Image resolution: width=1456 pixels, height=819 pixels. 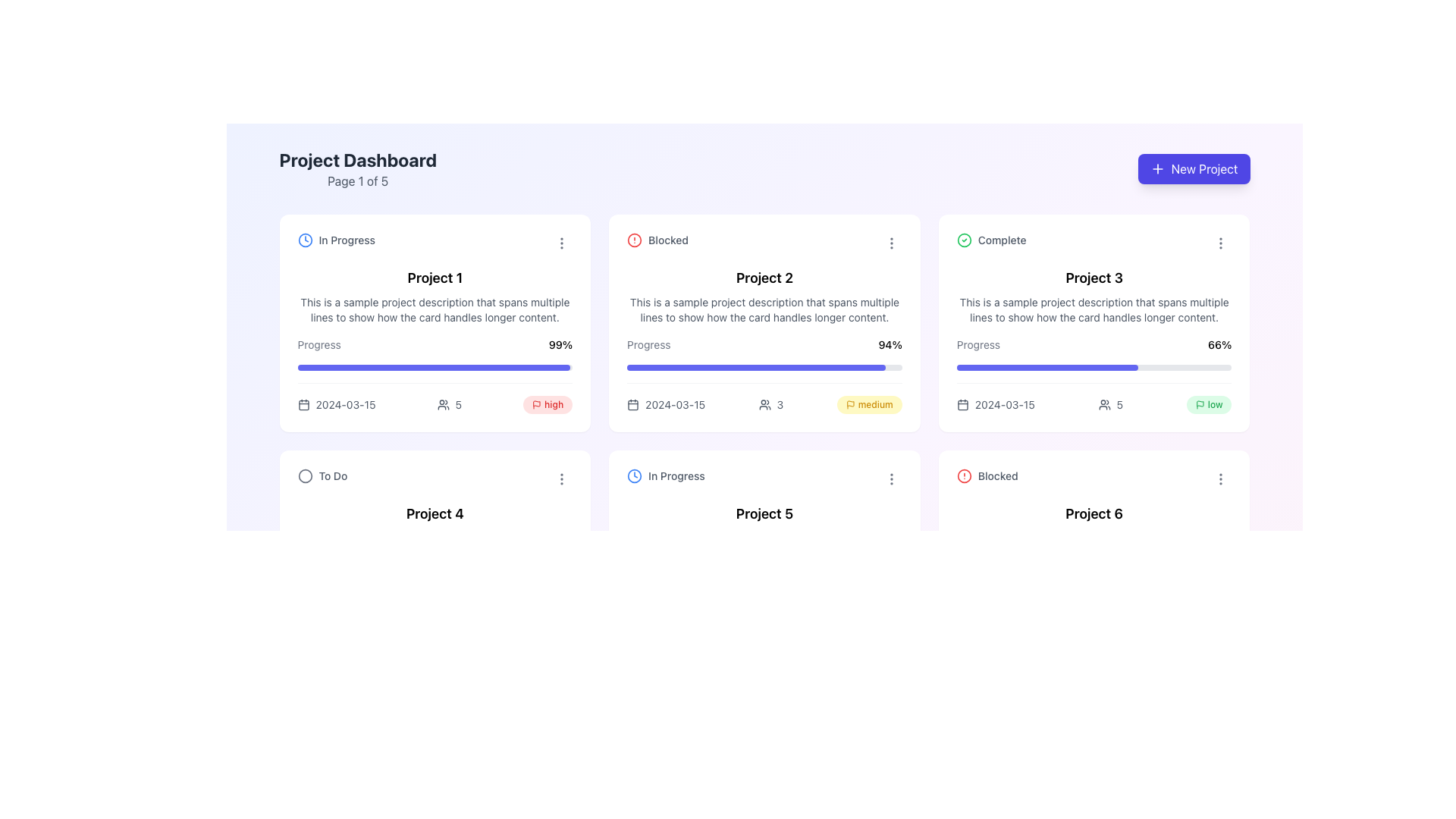 What do you see at coordinates (561, 243) in the screenshot?
I see `the menu trigger button located at the top-right corner of the 'Project 1' card` at bounding box center [561, 243].